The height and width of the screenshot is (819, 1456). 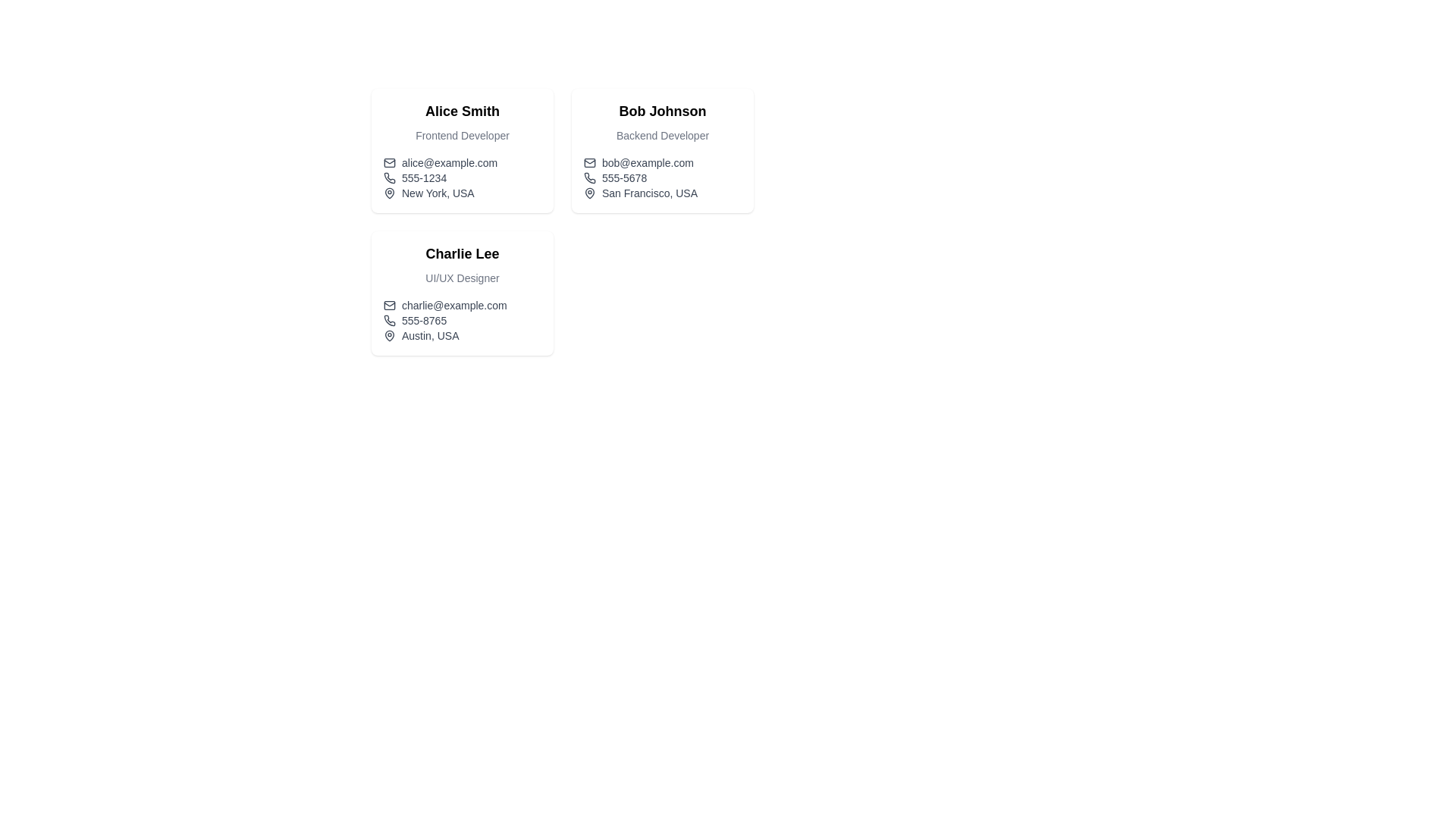 I want to click on email address displayed in the text display, which shows 'bob@example.com' in a small, gray font within the card for 'Bob Johnson.', so click(x=648, y=163).